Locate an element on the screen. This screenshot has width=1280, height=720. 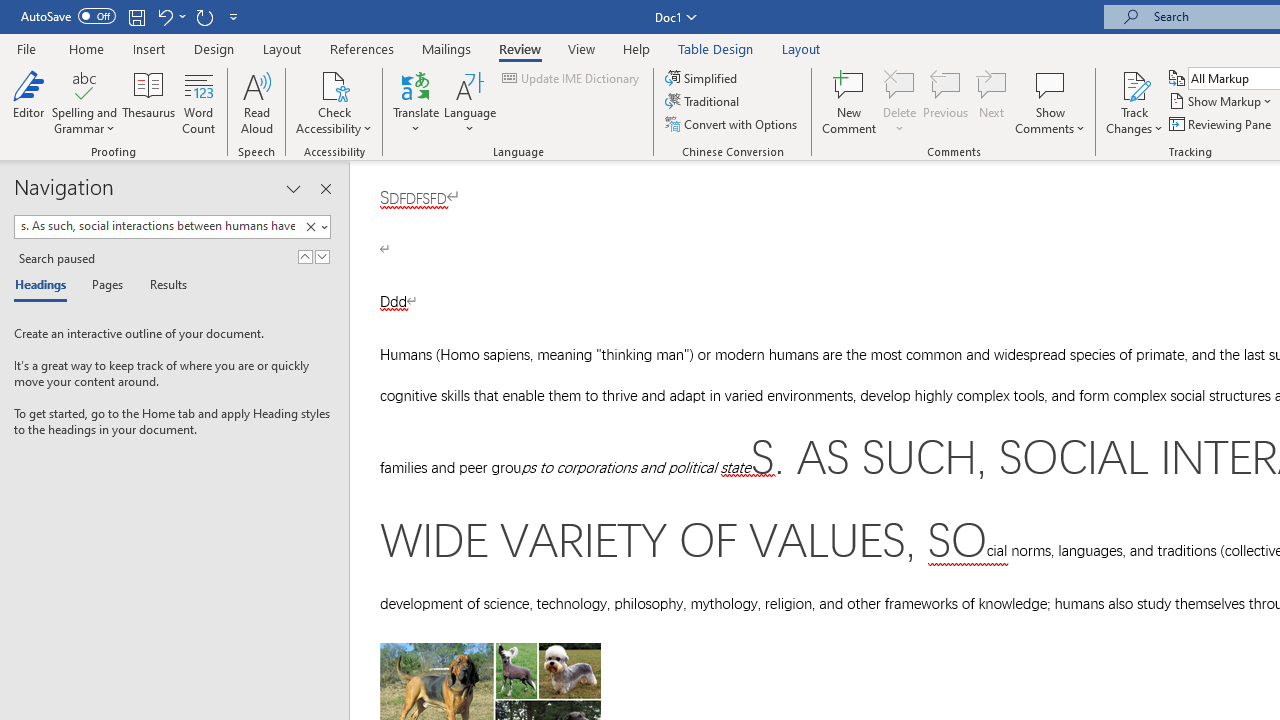
'Clear' is located at coordinates (310, 226).